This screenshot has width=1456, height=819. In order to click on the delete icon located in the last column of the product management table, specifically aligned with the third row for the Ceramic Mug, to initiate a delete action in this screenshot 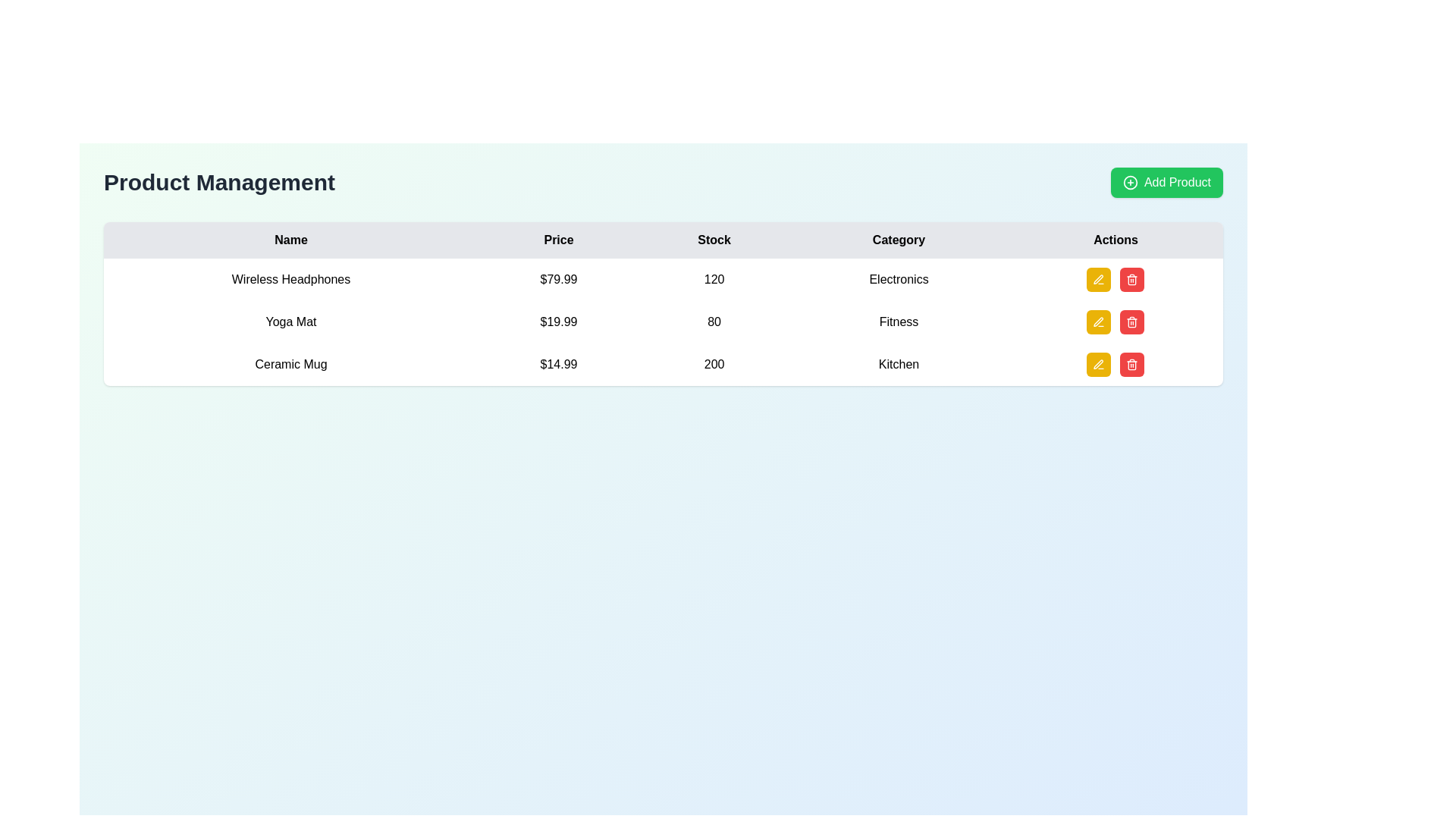, I will do `click(1132, 280)`.